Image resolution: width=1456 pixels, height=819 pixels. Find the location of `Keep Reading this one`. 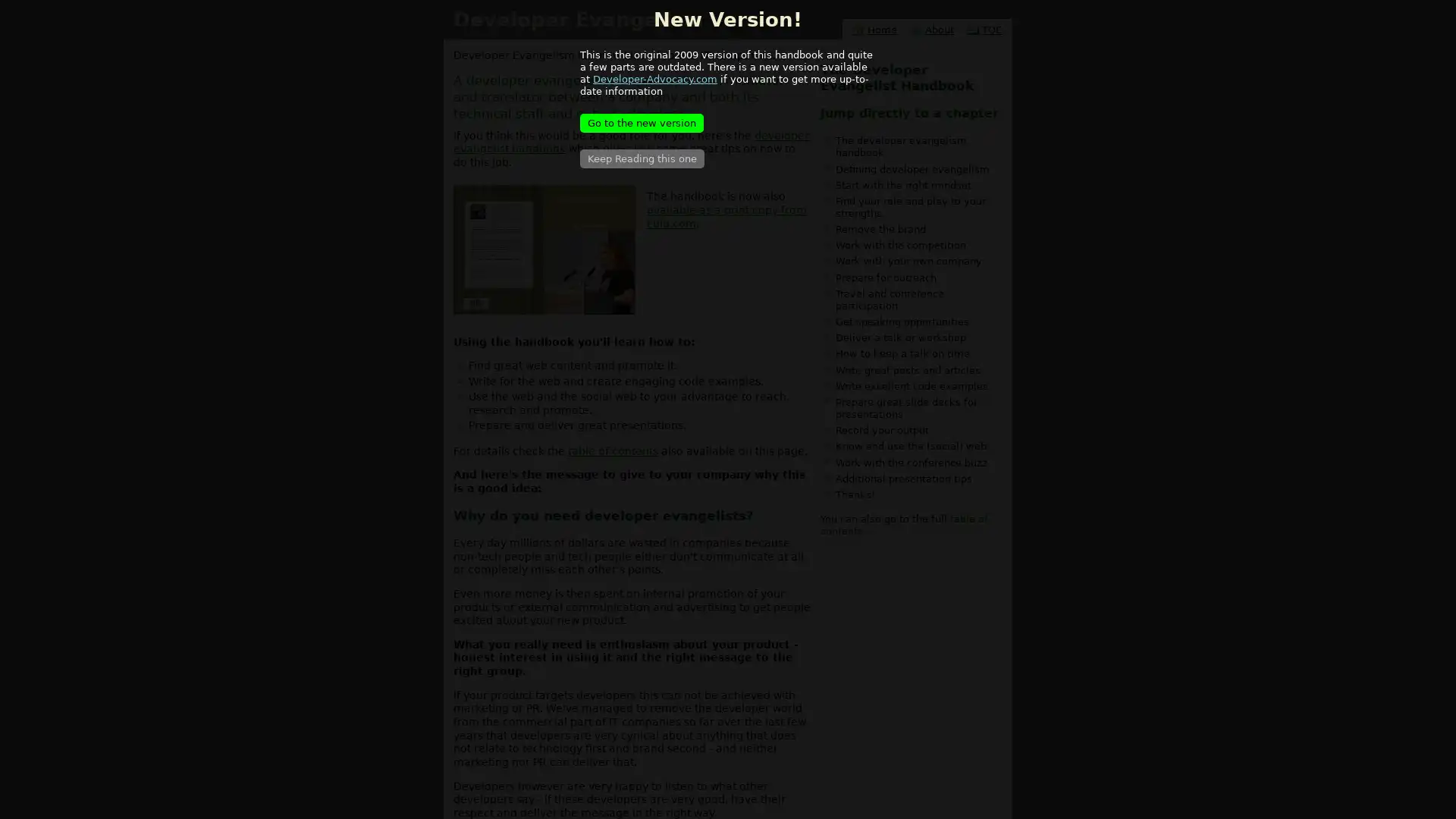

Keep Reading this one is located at coordinates (642, 158).